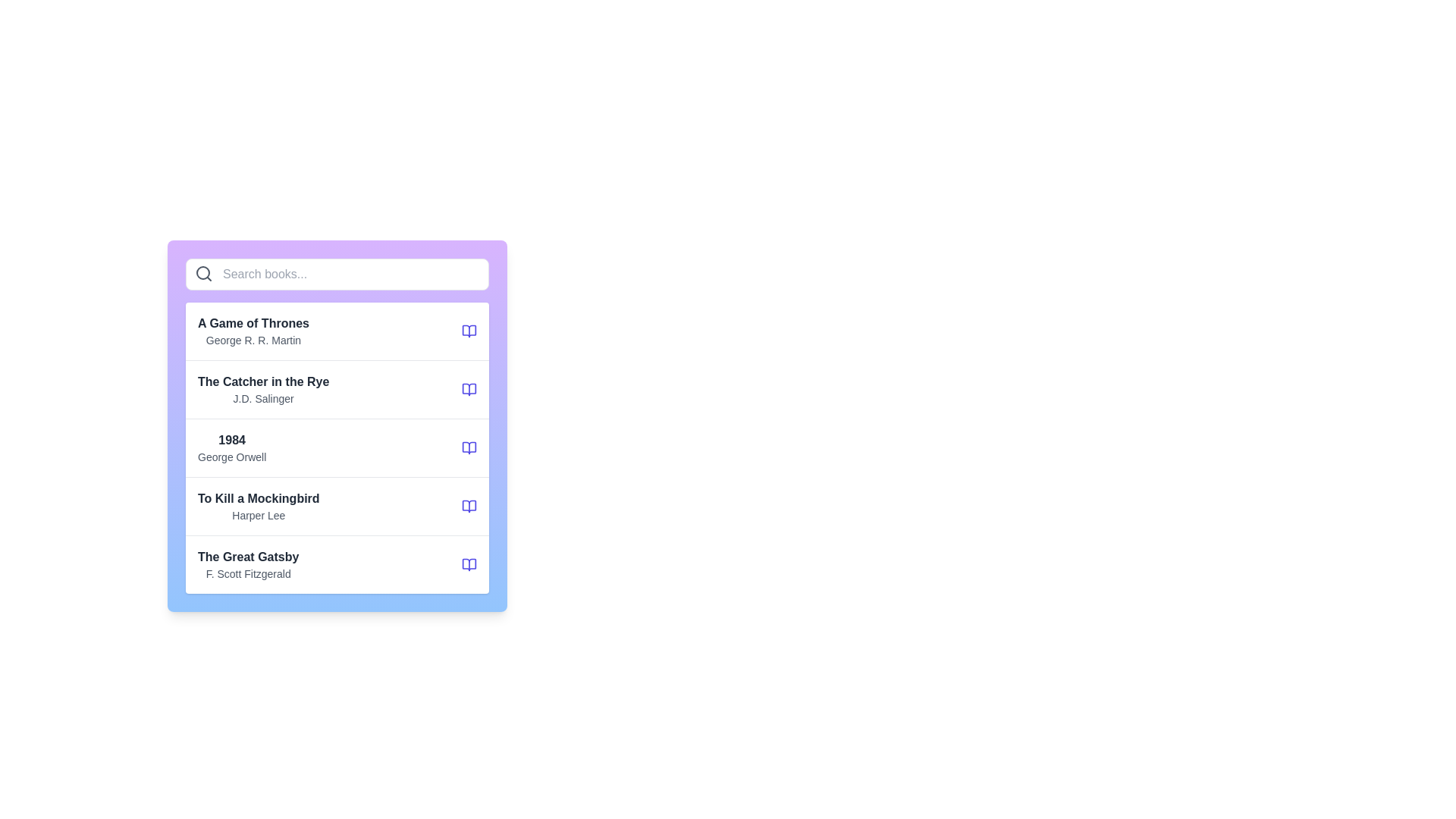 This screenshot has width=1456, height=819. What do you see at coordinates (469, 447) in the screenshot?
I see `the icon located` at bounding box center [469, 447].